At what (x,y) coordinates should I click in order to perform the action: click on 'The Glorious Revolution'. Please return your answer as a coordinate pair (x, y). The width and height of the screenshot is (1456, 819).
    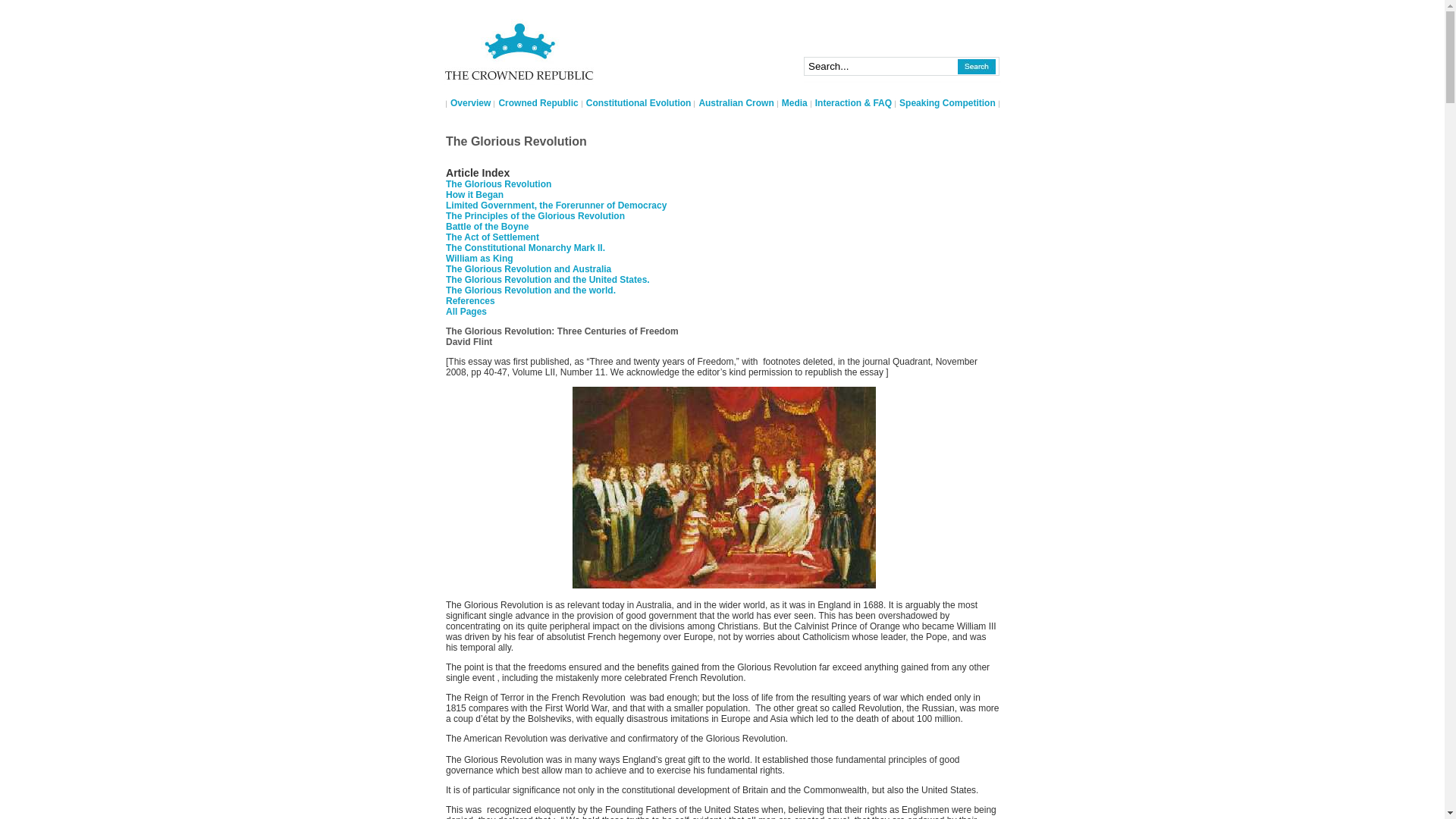
    Looking at the image, I should click on (498, 184).